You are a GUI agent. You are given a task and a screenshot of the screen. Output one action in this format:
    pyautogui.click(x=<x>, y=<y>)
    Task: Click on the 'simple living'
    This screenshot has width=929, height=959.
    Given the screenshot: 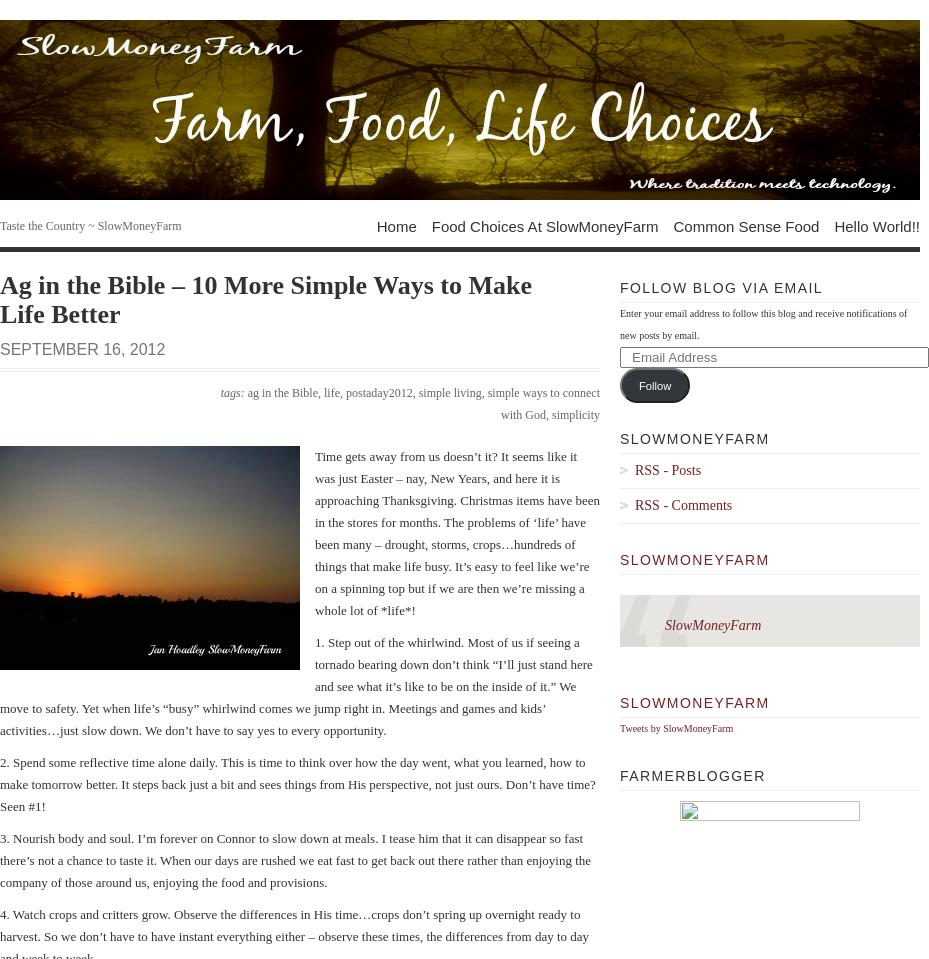 What is the action you would take?
    pyautogui.click(x=448, y=392)
    